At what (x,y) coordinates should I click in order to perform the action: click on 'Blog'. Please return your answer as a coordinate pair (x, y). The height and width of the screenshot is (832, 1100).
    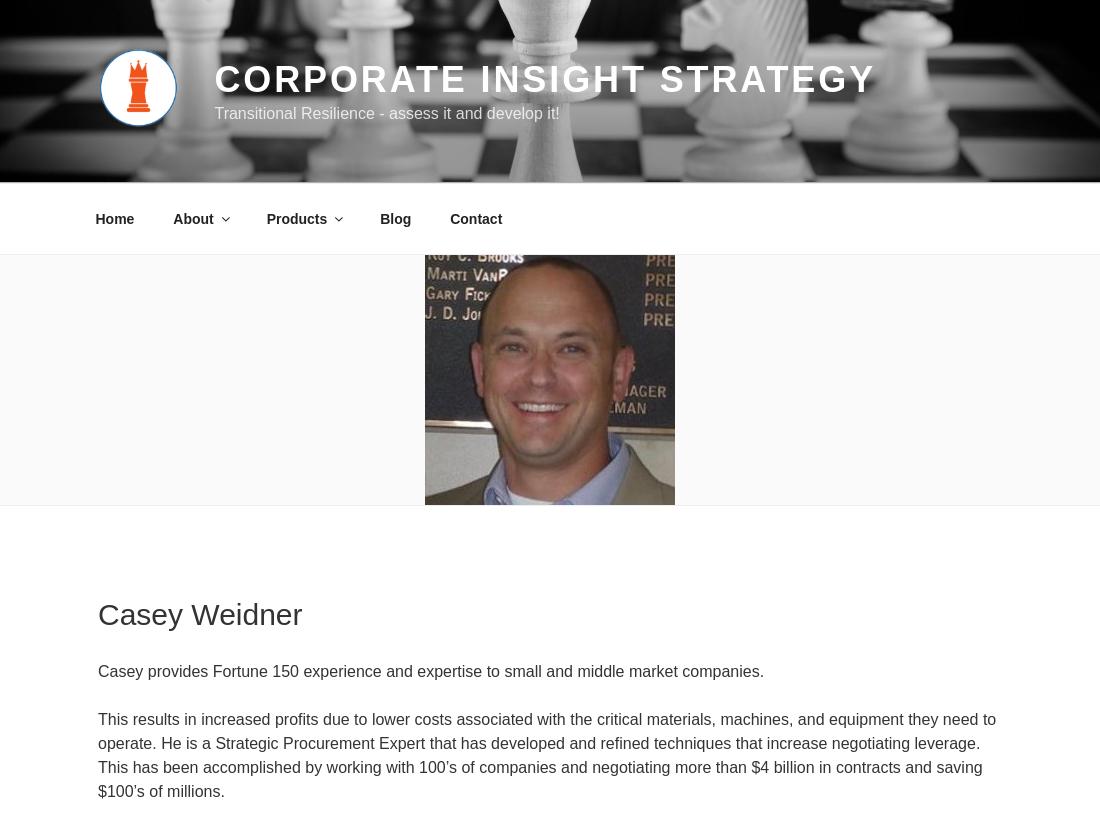
    Looking at the image, I should click on (380, 217).